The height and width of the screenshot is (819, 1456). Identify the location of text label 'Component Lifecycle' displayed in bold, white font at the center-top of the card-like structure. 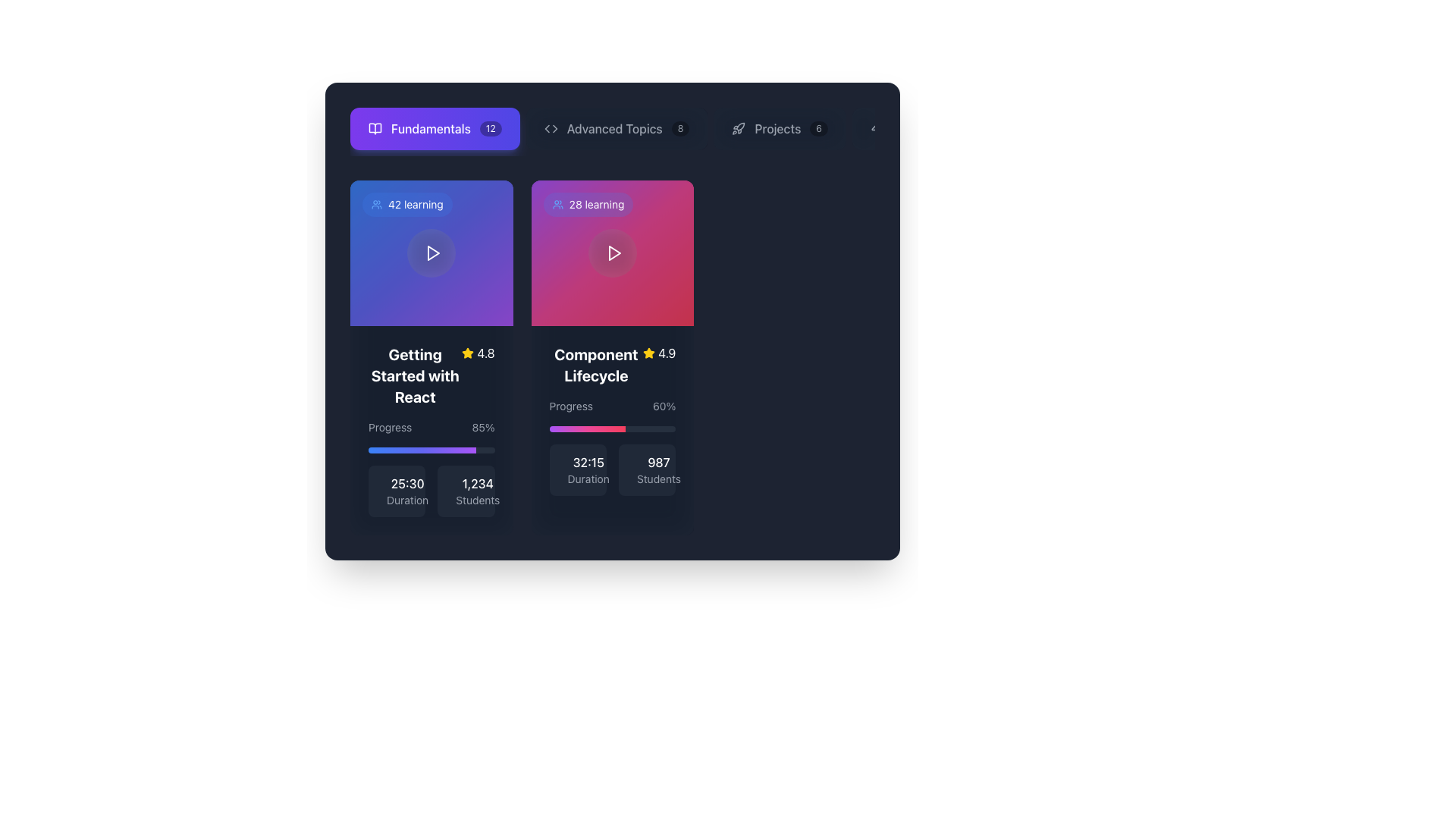
(595, 366).